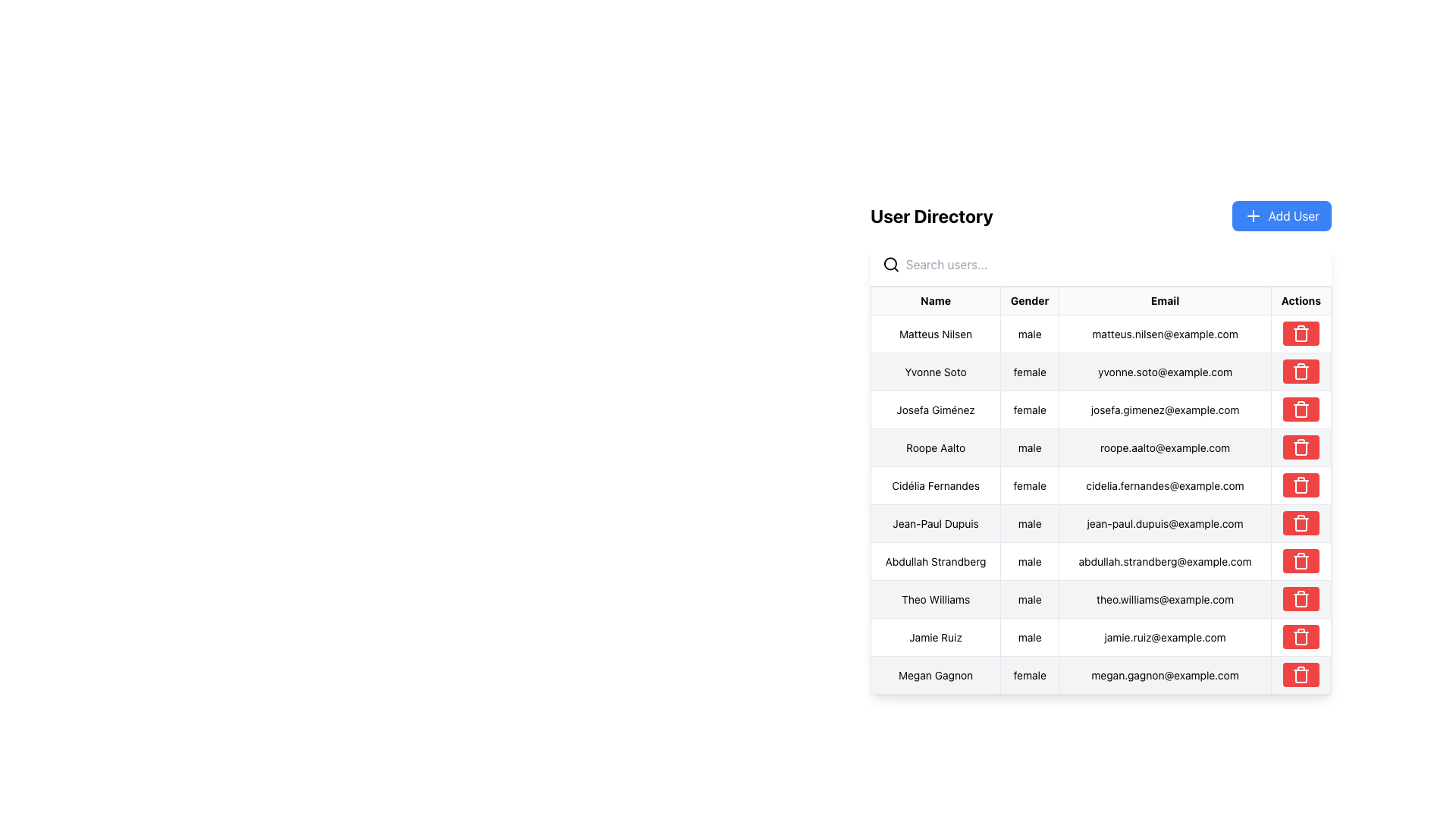  Describe the element at coordinates (1030, 409) in the screenshot. I see `the static text indicating the gender of the individual named Josefa Giménez, located in the third row of the 'Gender' column in the table` at that location.